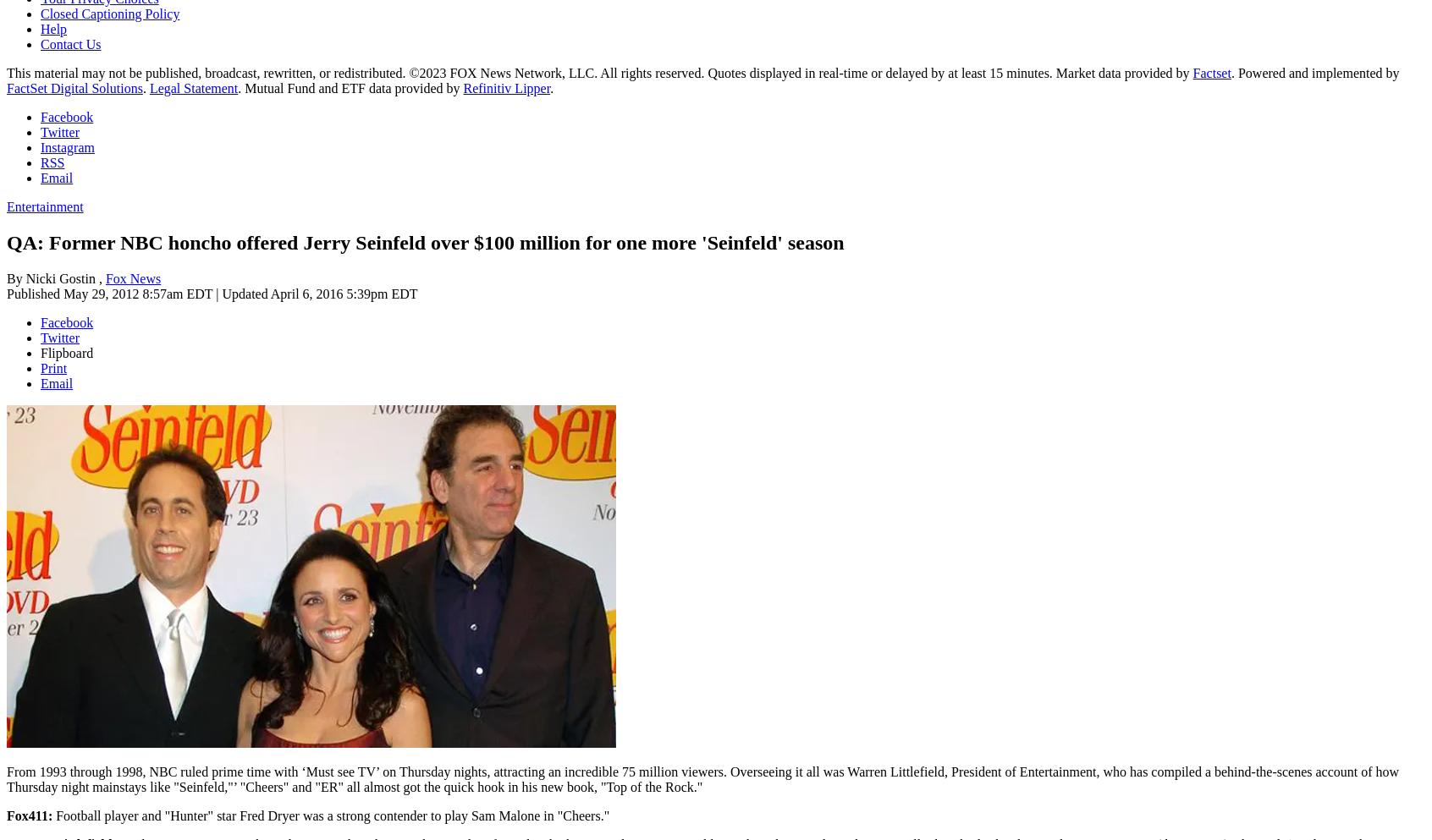 This screenshot has height=840, width=1432. Describe the element at coordinates (52, 27) in the screenshot. I see `'Help'` at that location.